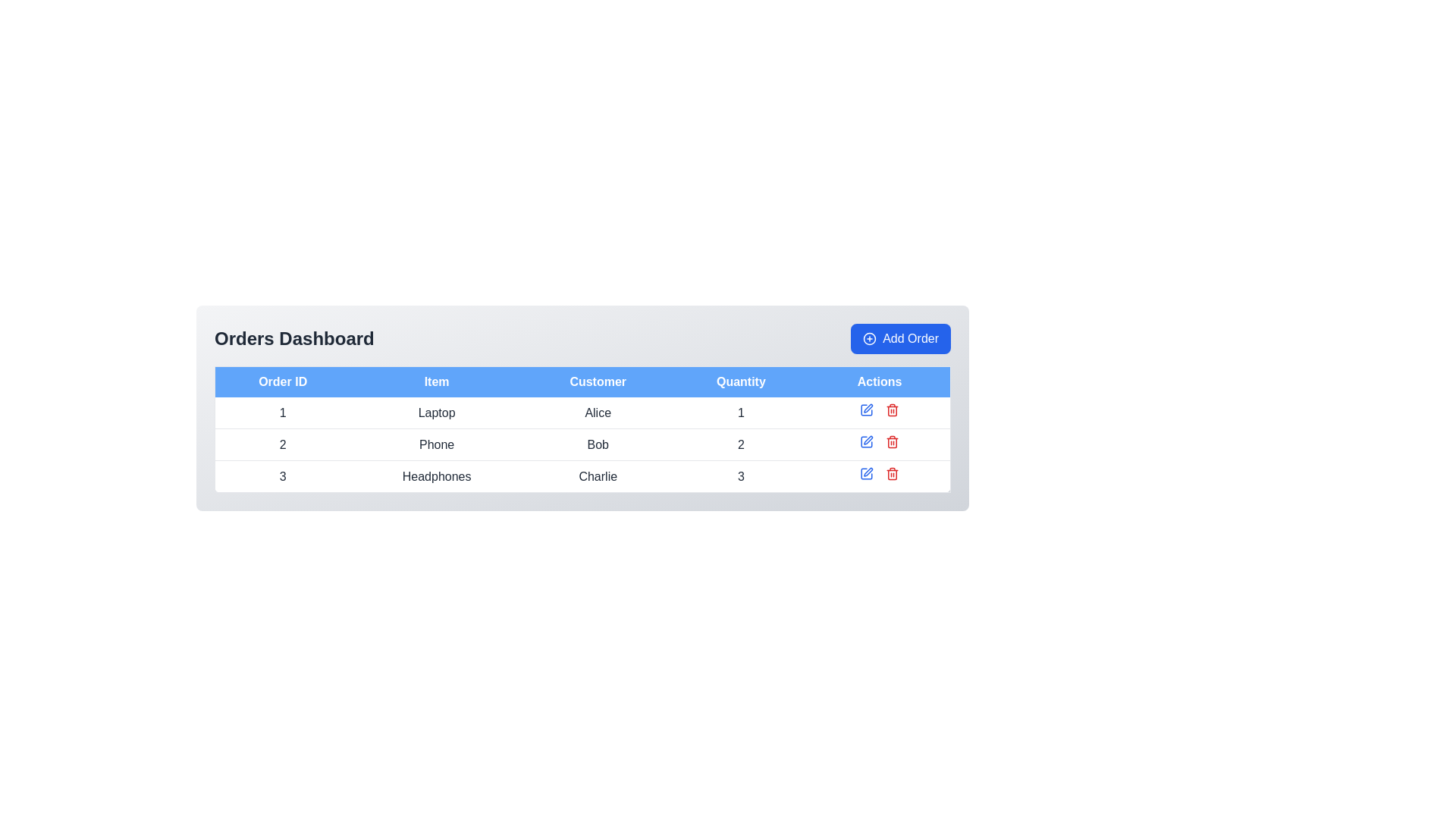  Describe the element at coordinates (893, 409) in the screenshot. I see `the red trash can icon button located in the third row of the 'Actions' column` at that location.